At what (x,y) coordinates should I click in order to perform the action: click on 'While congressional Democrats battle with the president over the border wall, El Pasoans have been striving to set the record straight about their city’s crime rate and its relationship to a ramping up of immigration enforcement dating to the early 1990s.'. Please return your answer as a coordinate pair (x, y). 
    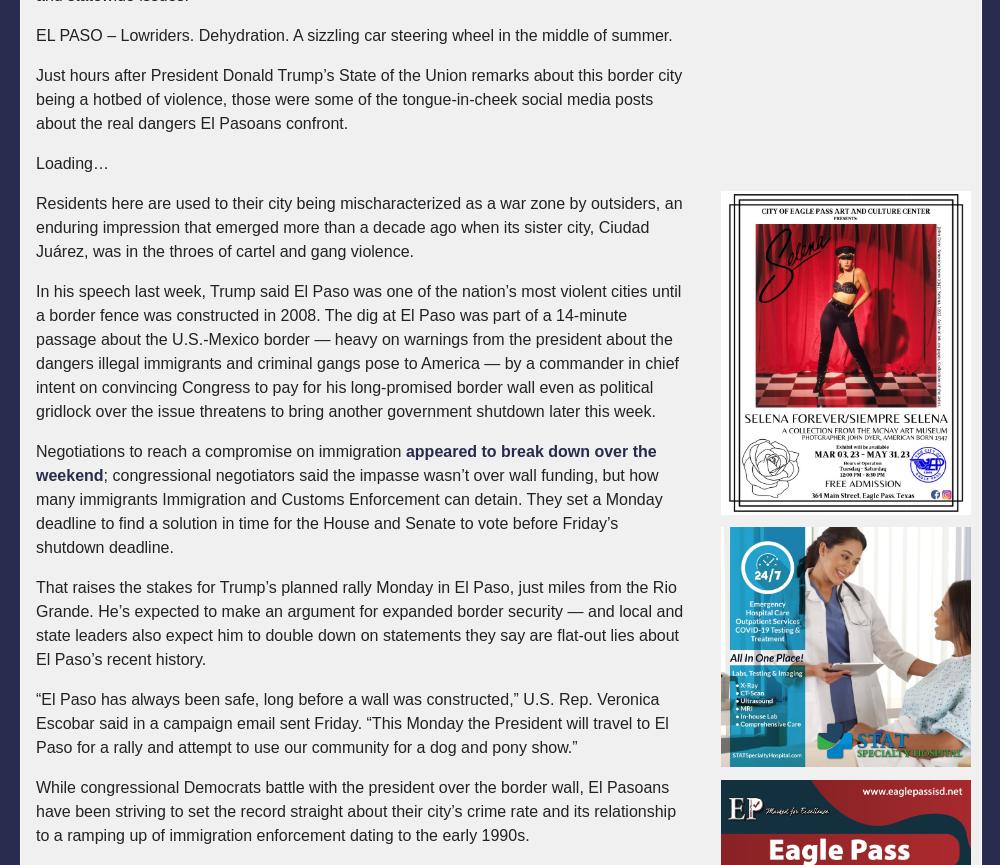
    Looking at the image, I should click on (355, 810).